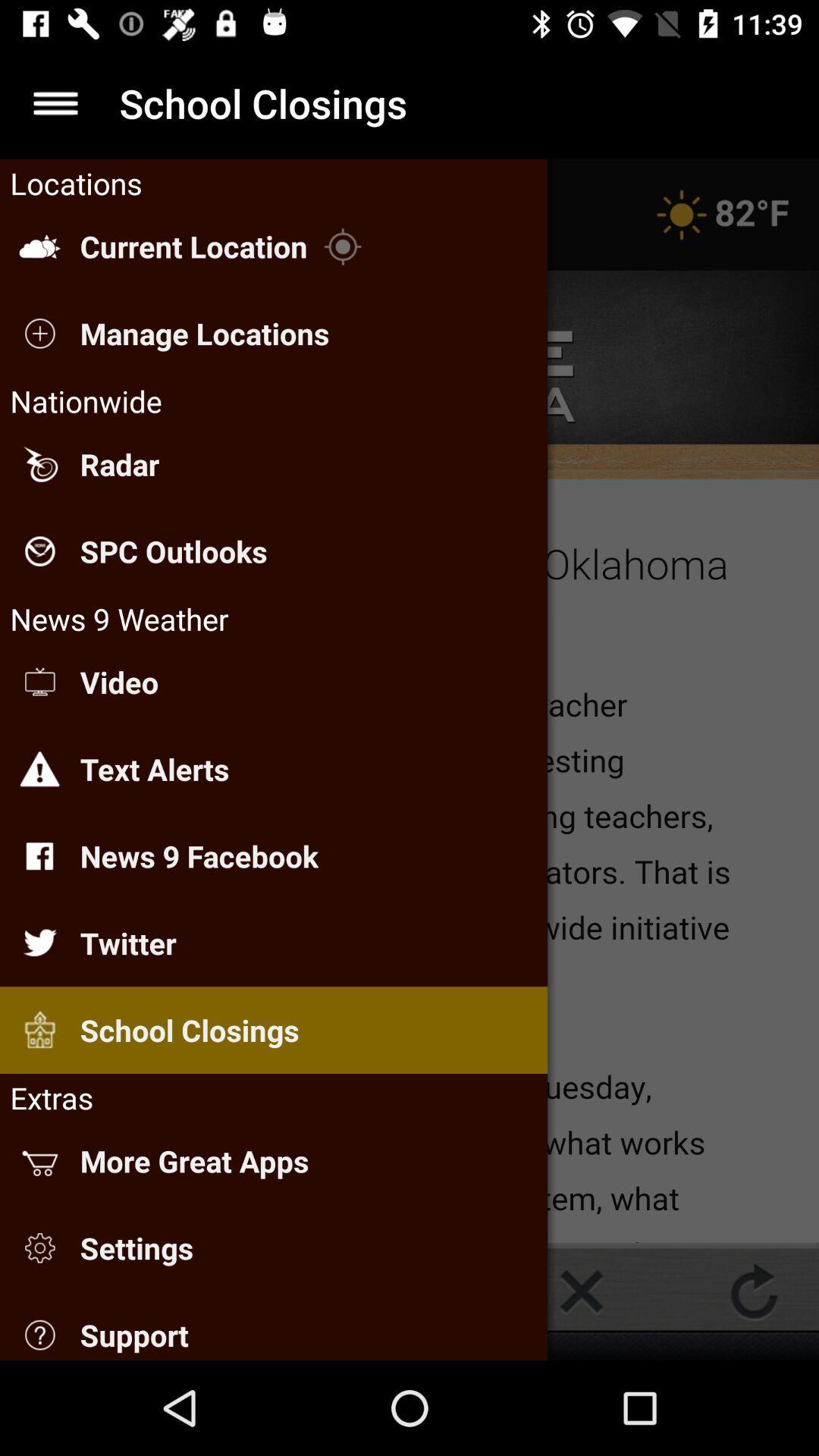 This screenshot has height=1456, width=819. Describe the element at coordinates (754, 1291) in the screenshot. I see `the refresh icon` at that location.